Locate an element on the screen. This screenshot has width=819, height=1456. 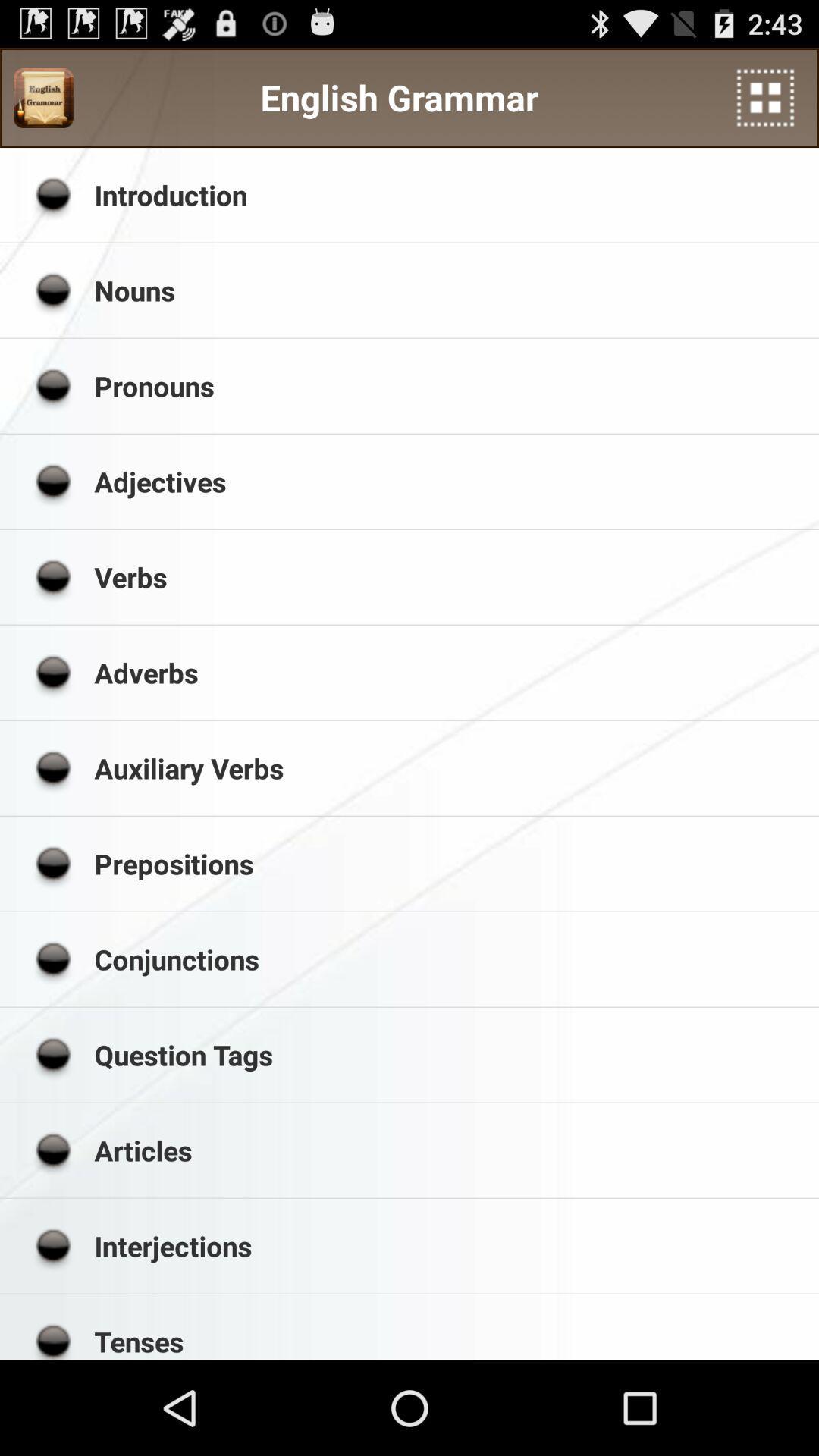
app next to english grammar is located at coordinates (42, 97).